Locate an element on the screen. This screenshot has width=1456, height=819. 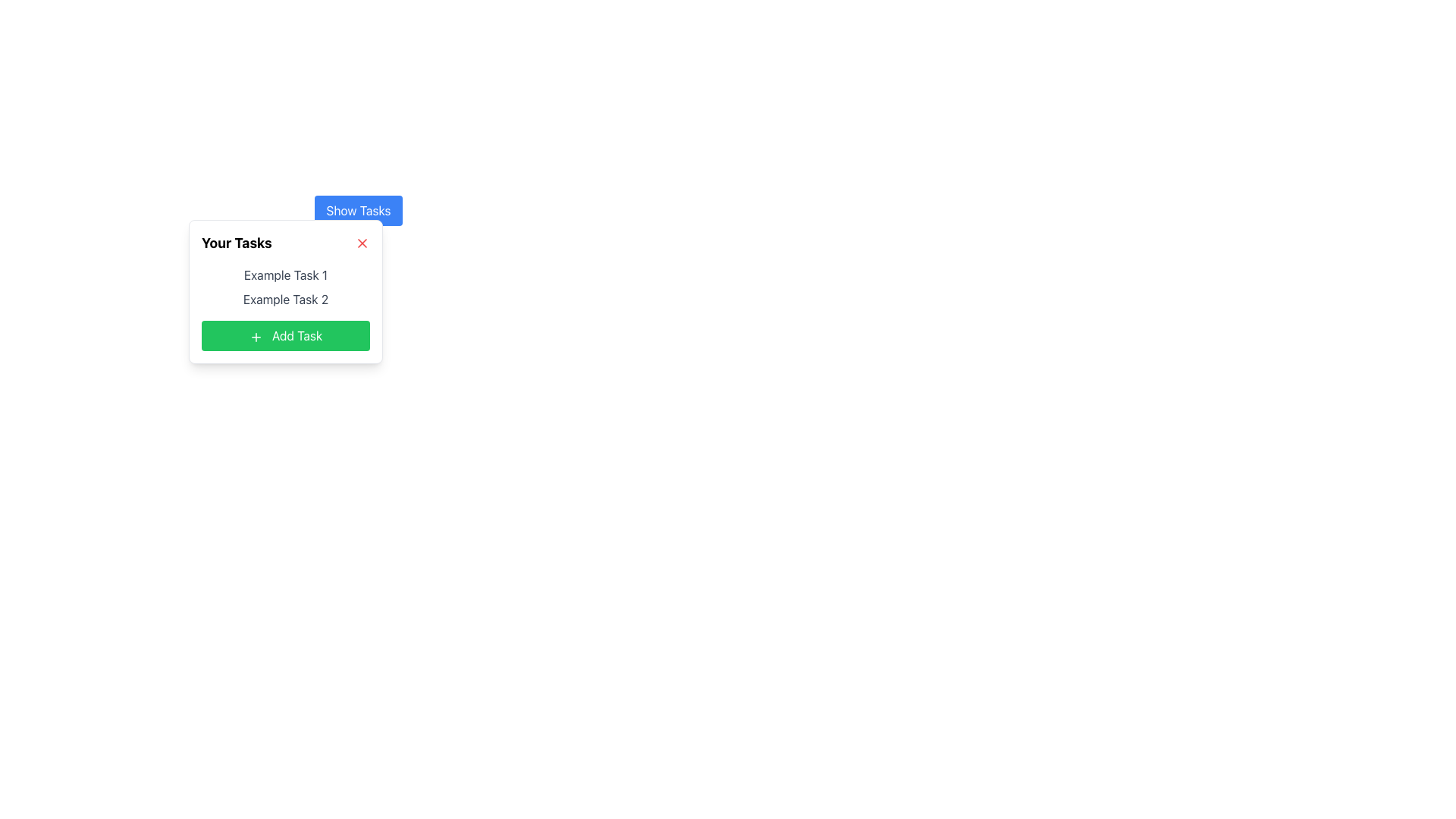
the static text label 'Example Task 2' which is styled in gray and is the second item in a task list is located at coordinates (286, 299).